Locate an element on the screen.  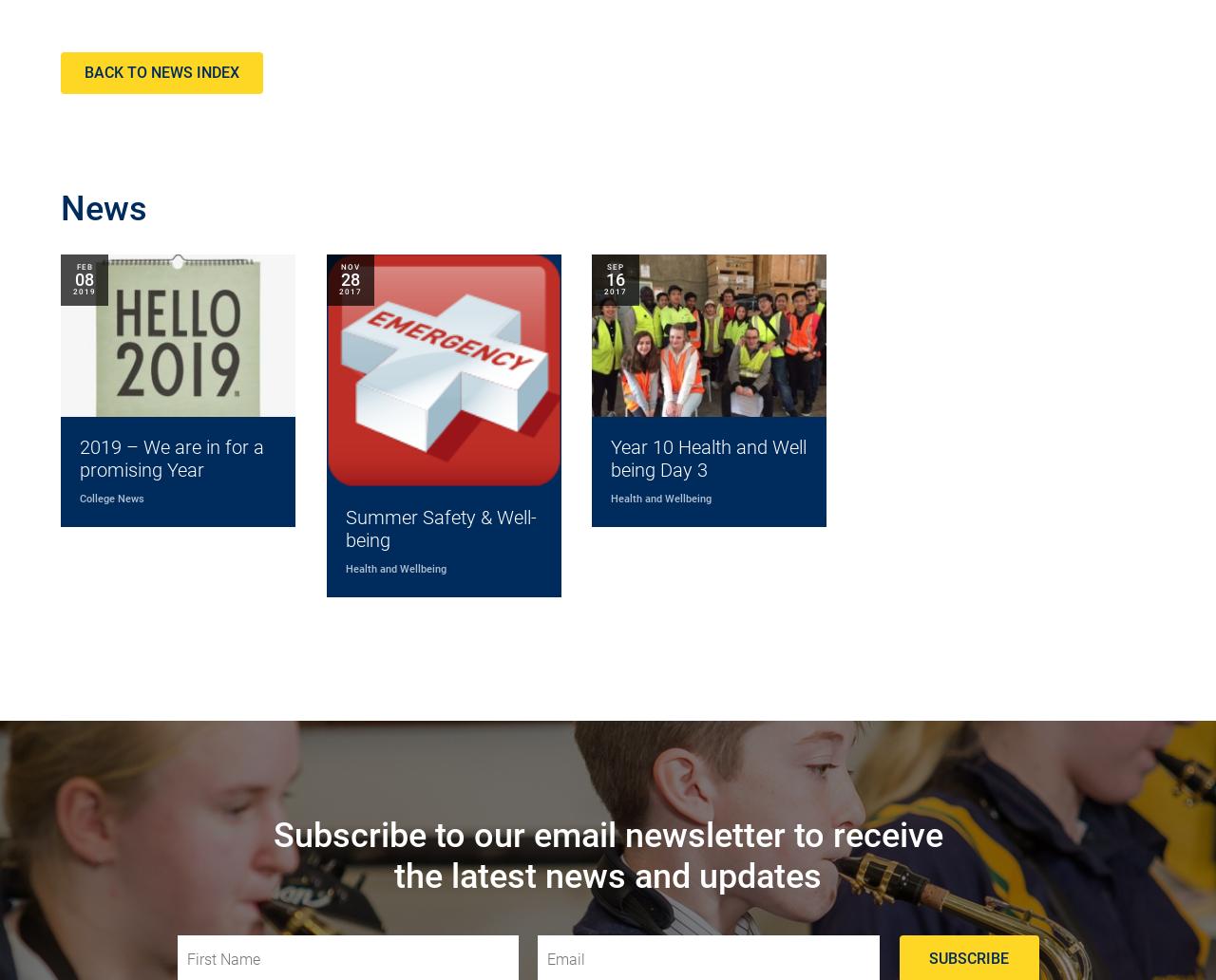
'16' is located at coordinates (604, 278).